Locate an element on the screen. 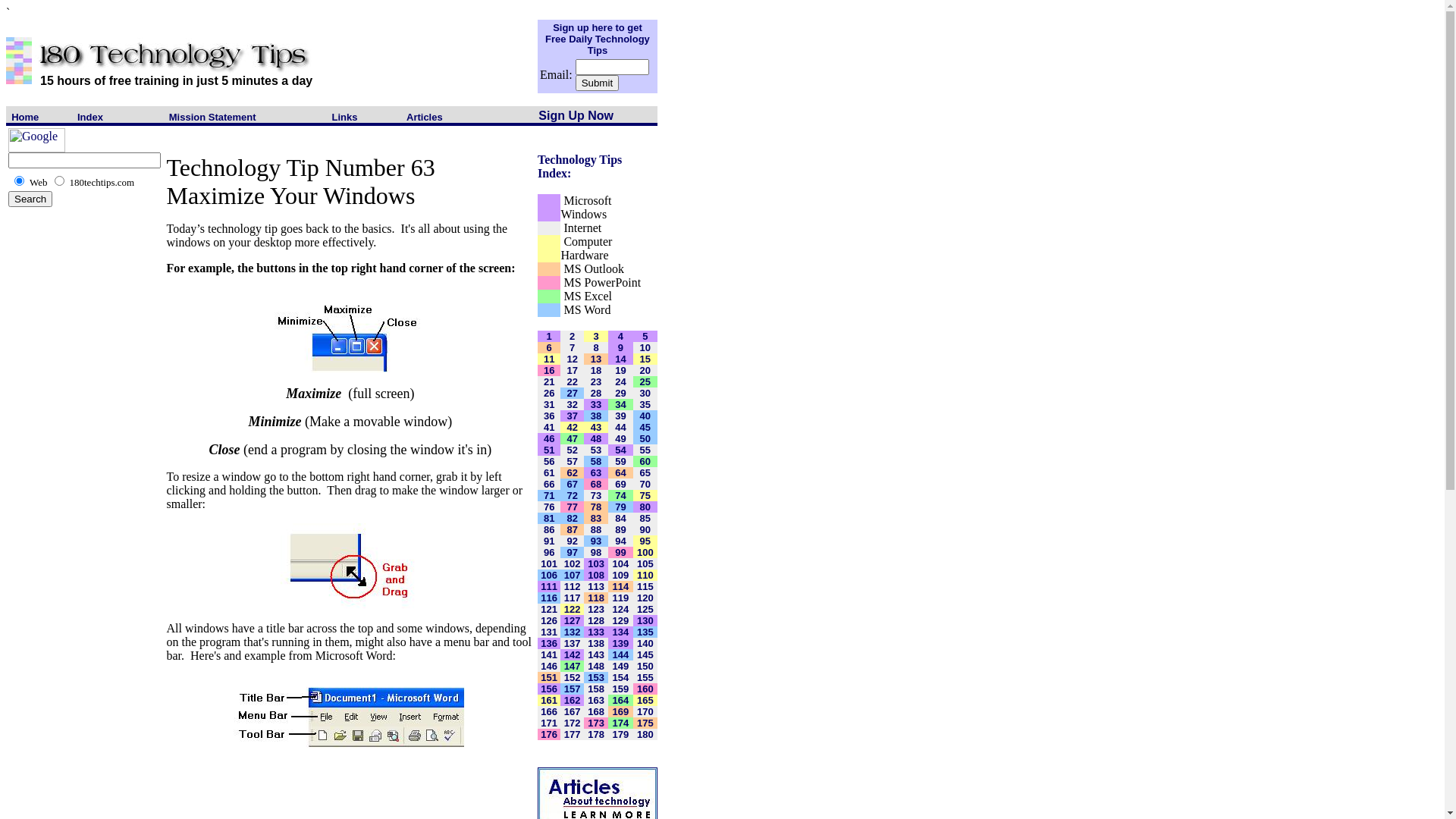  '140' is located at coordinates (645, 642).